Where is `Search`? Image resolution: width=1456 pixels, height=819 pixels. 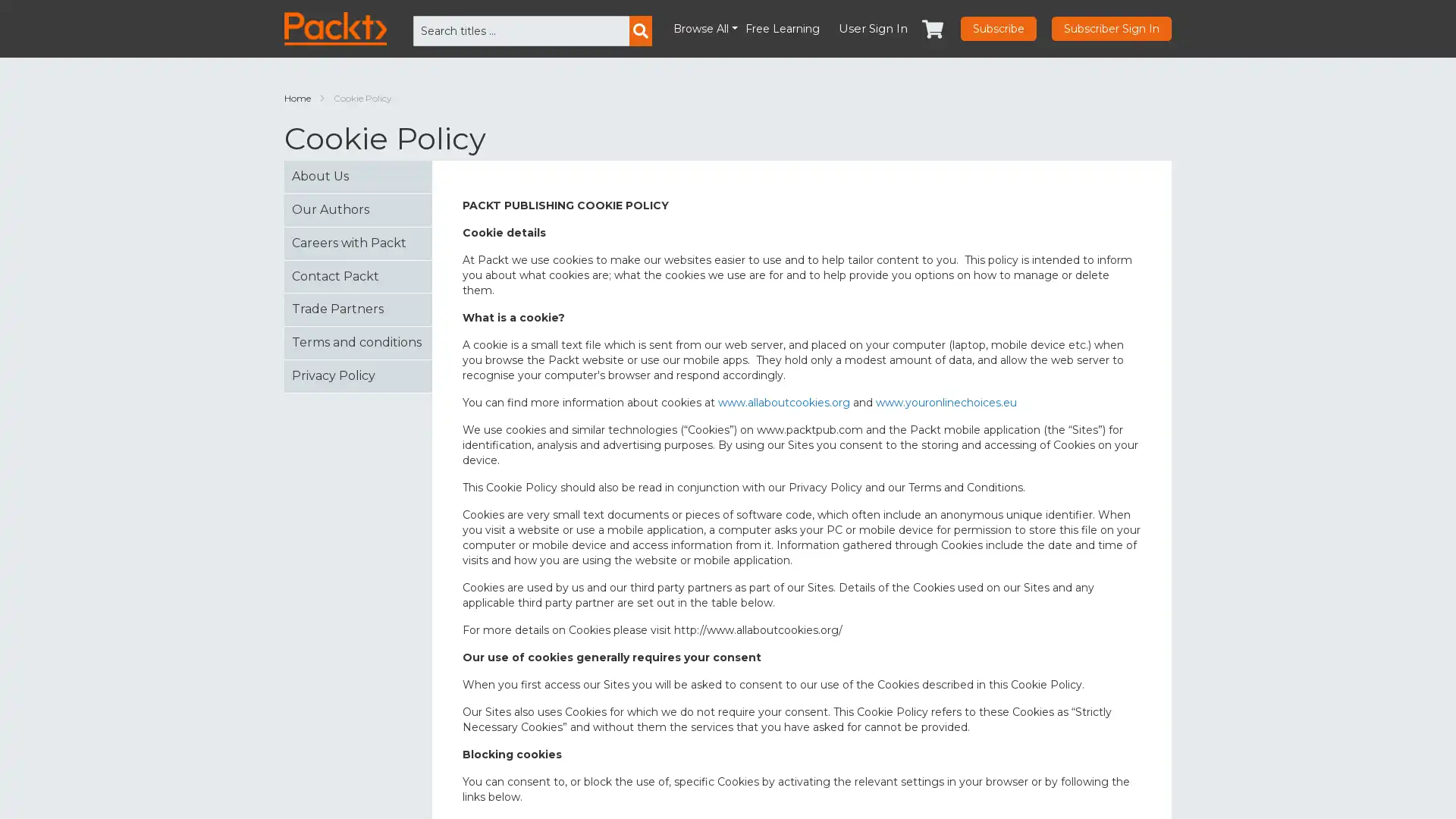 Search is located at coordinates (640, 31).